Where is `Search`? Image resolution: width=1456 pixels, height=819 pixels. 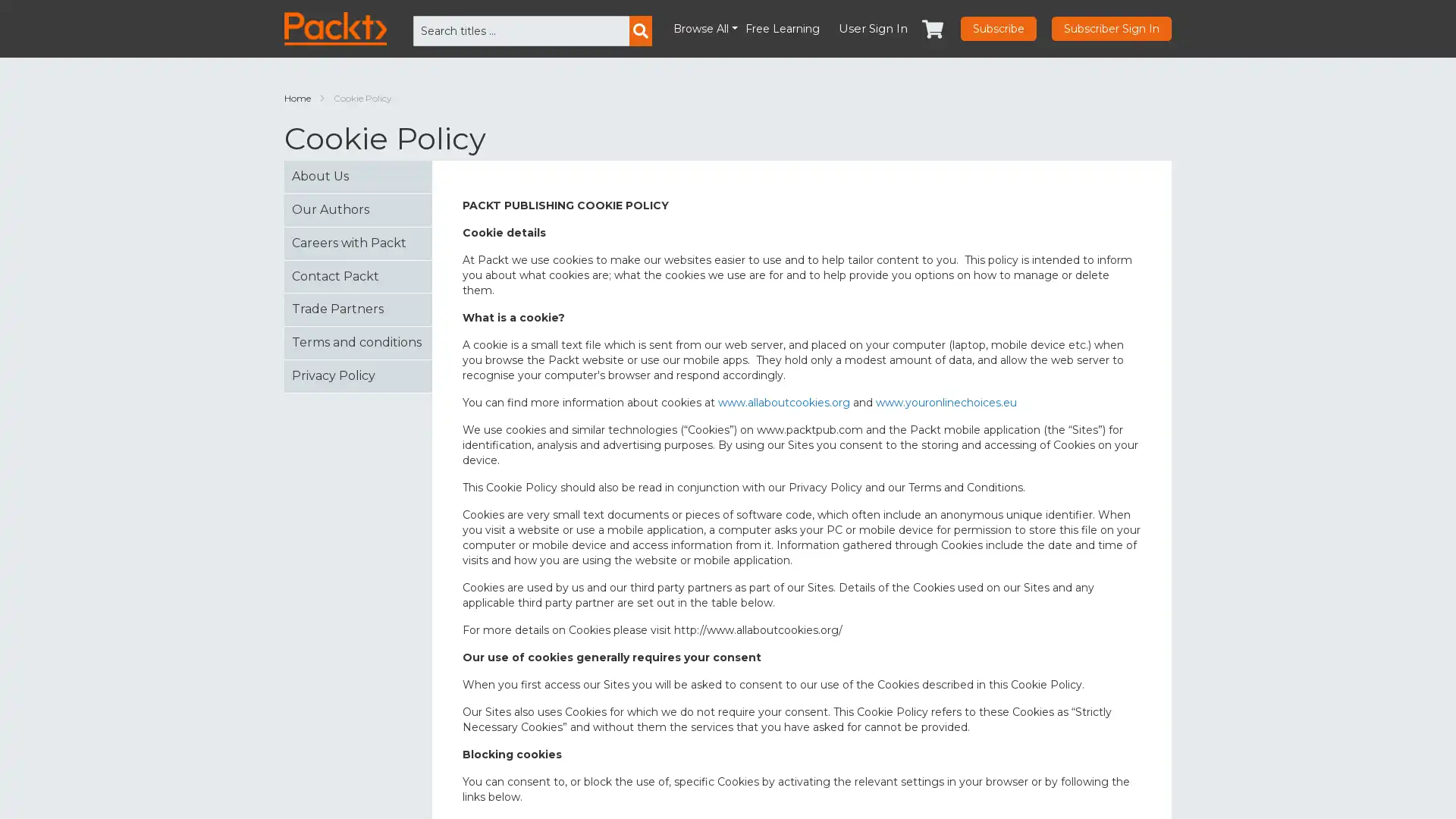 Search is located at coordinates (640, 31).